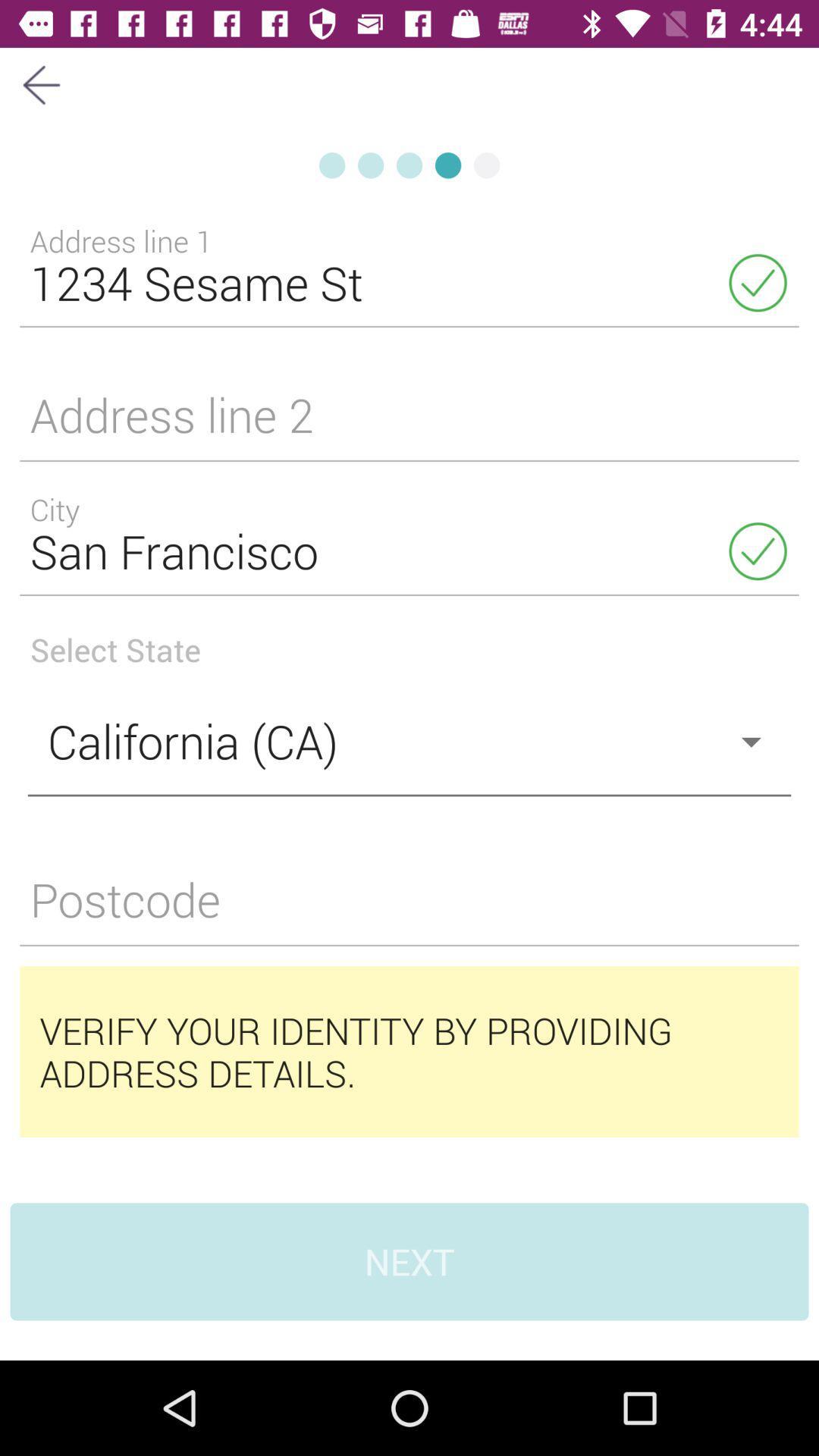 The width and height of the screenshot is (819, 1456). What do you see at coordinates (409, 424) in the screenshot?
I see `allows to enter second address` at bounding box center [409, 424].